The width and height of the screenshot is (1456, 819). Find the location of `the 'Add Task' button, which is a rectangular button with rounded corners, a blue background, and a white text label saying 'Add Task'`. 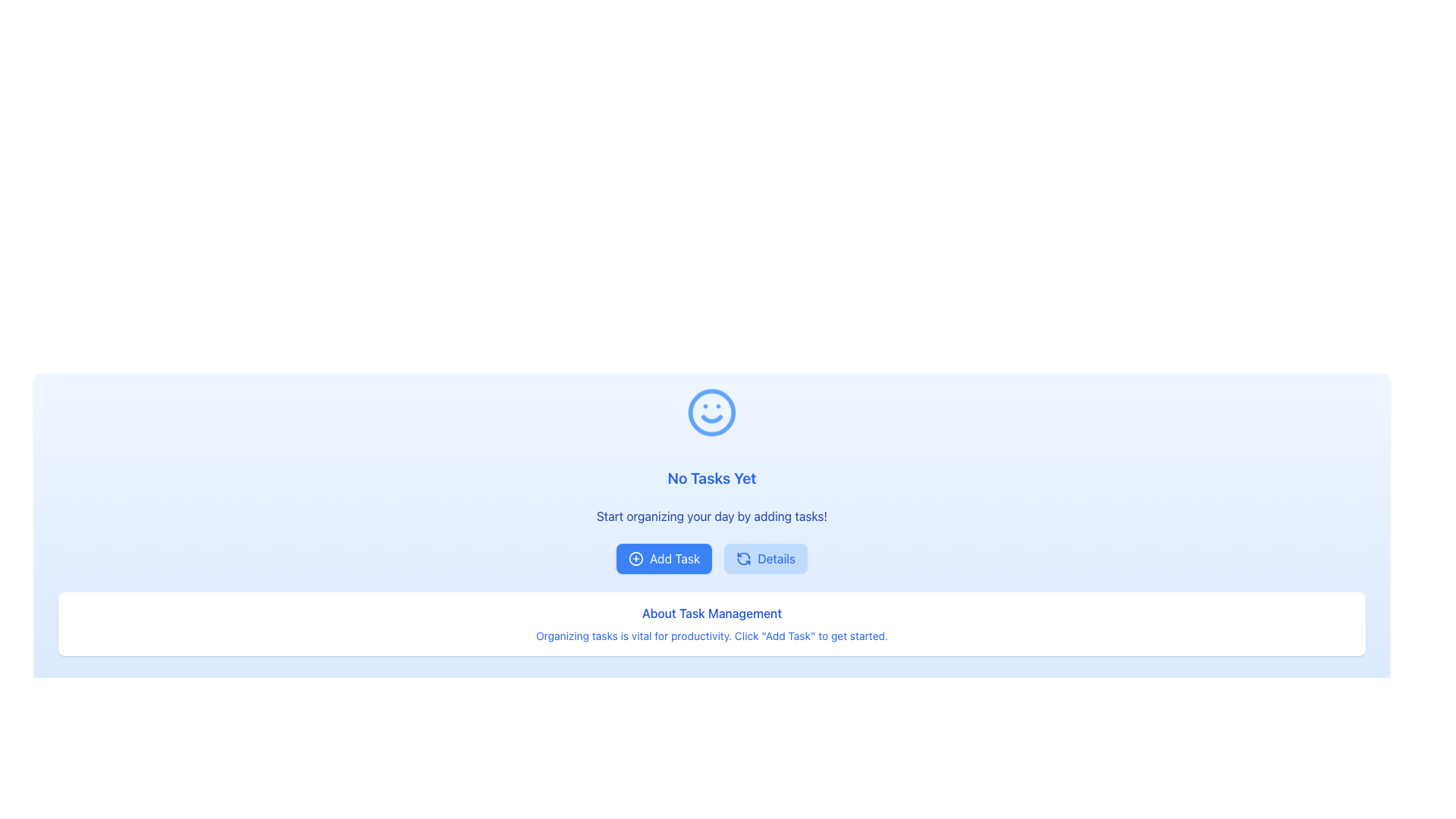

the 'Add Task' button, which is a rectangular button with rounded corners, a blue background, and a white text label saying 'Add Task' is located at coordinates (664, 558).